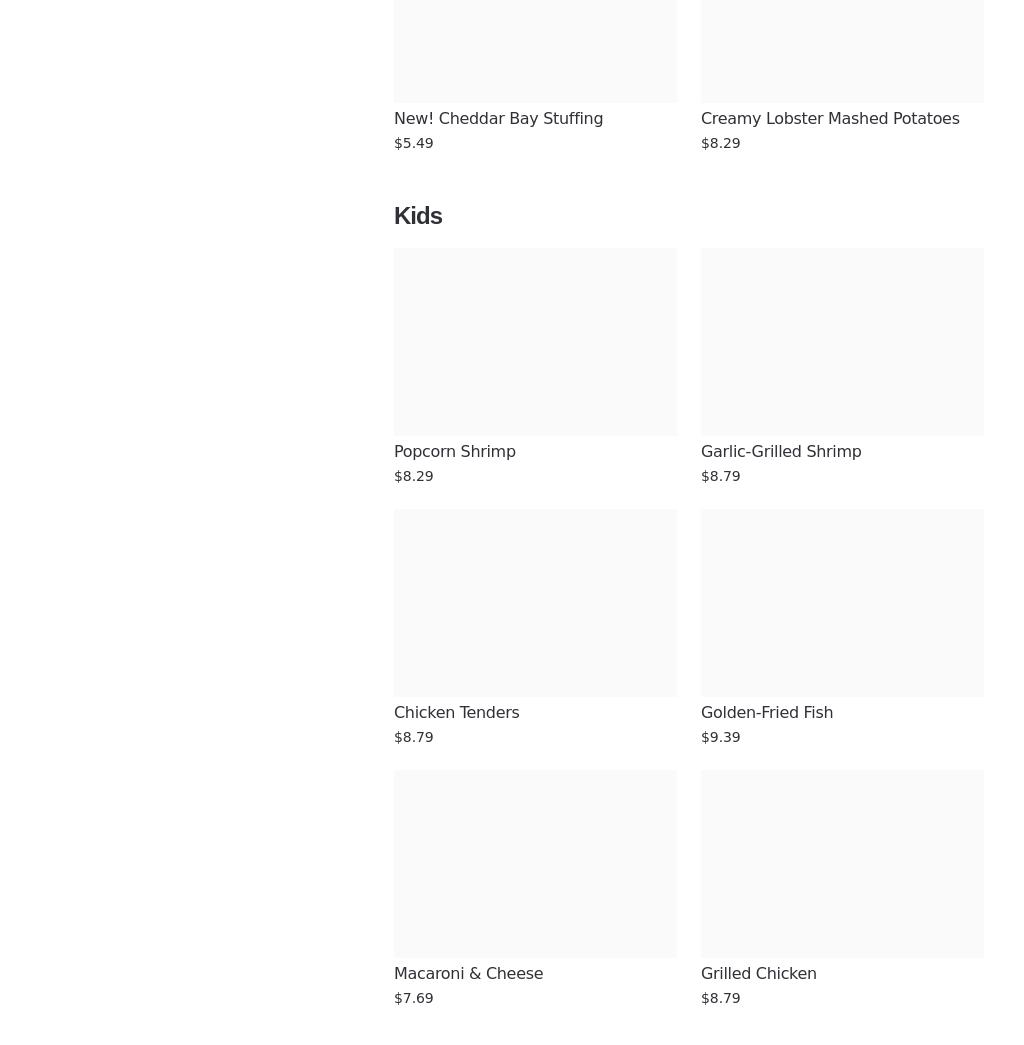 The image size is (1024, 1045). Describe the element at coordinates (454, 451) in the screenshot. I see `'Popcorn Shrimp'` at that location.